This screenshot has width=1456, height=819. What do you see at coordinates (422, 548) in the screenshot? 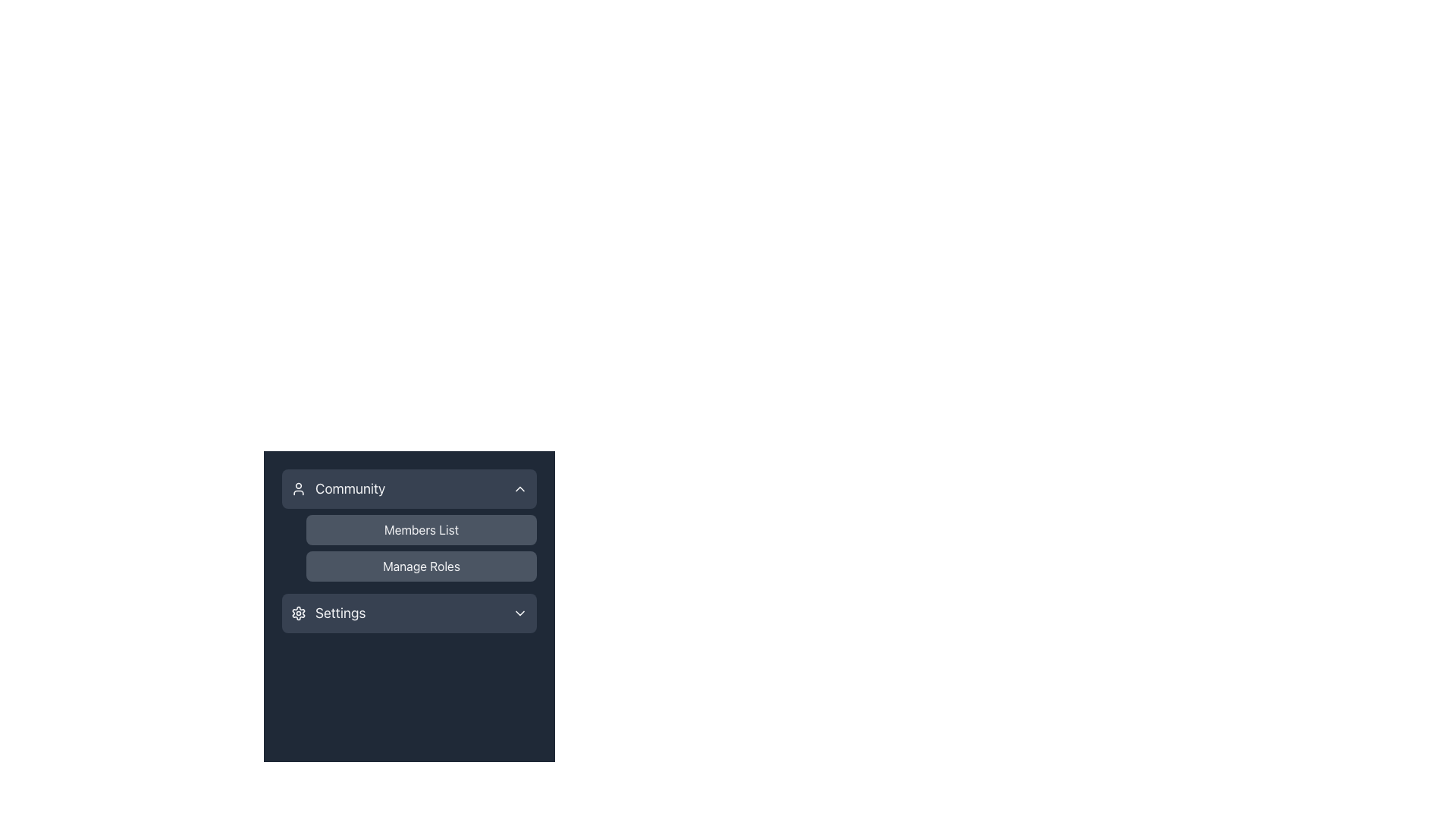
I see `the 'Members List' button in the vertical button group under the 'Community' section` at bounding box center [422, 548].